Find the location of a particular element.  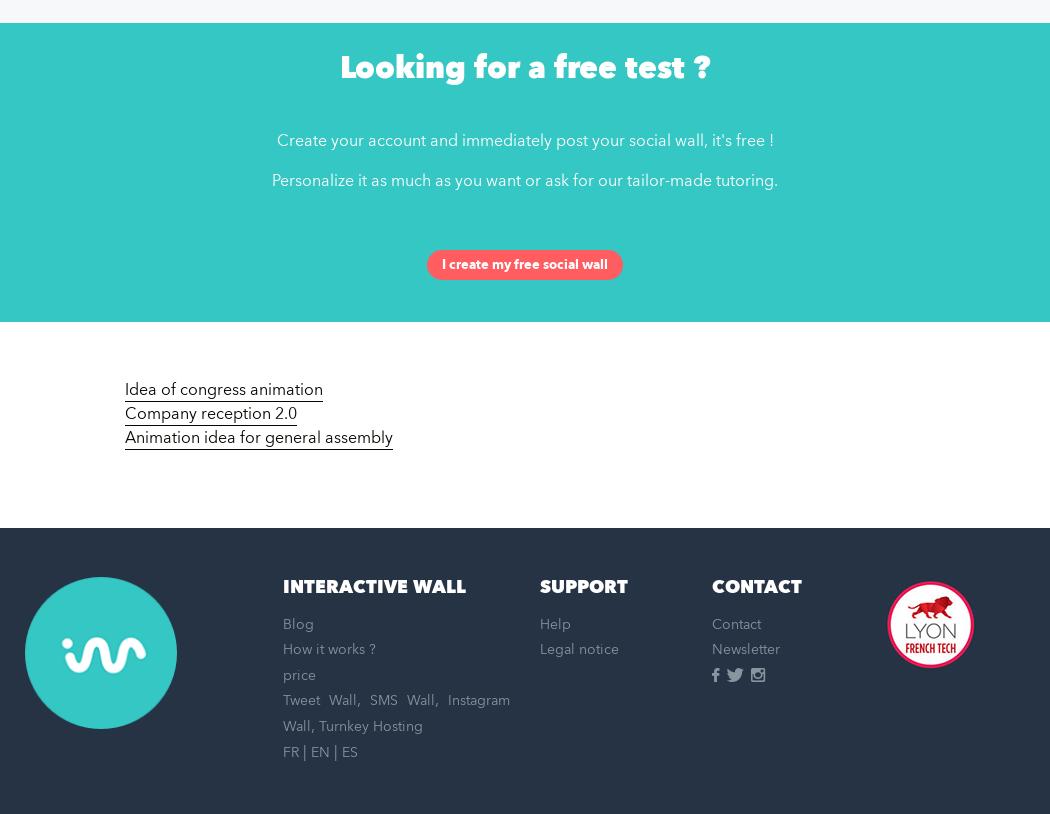

'Newsletter' is located at coordinates (743, 649).